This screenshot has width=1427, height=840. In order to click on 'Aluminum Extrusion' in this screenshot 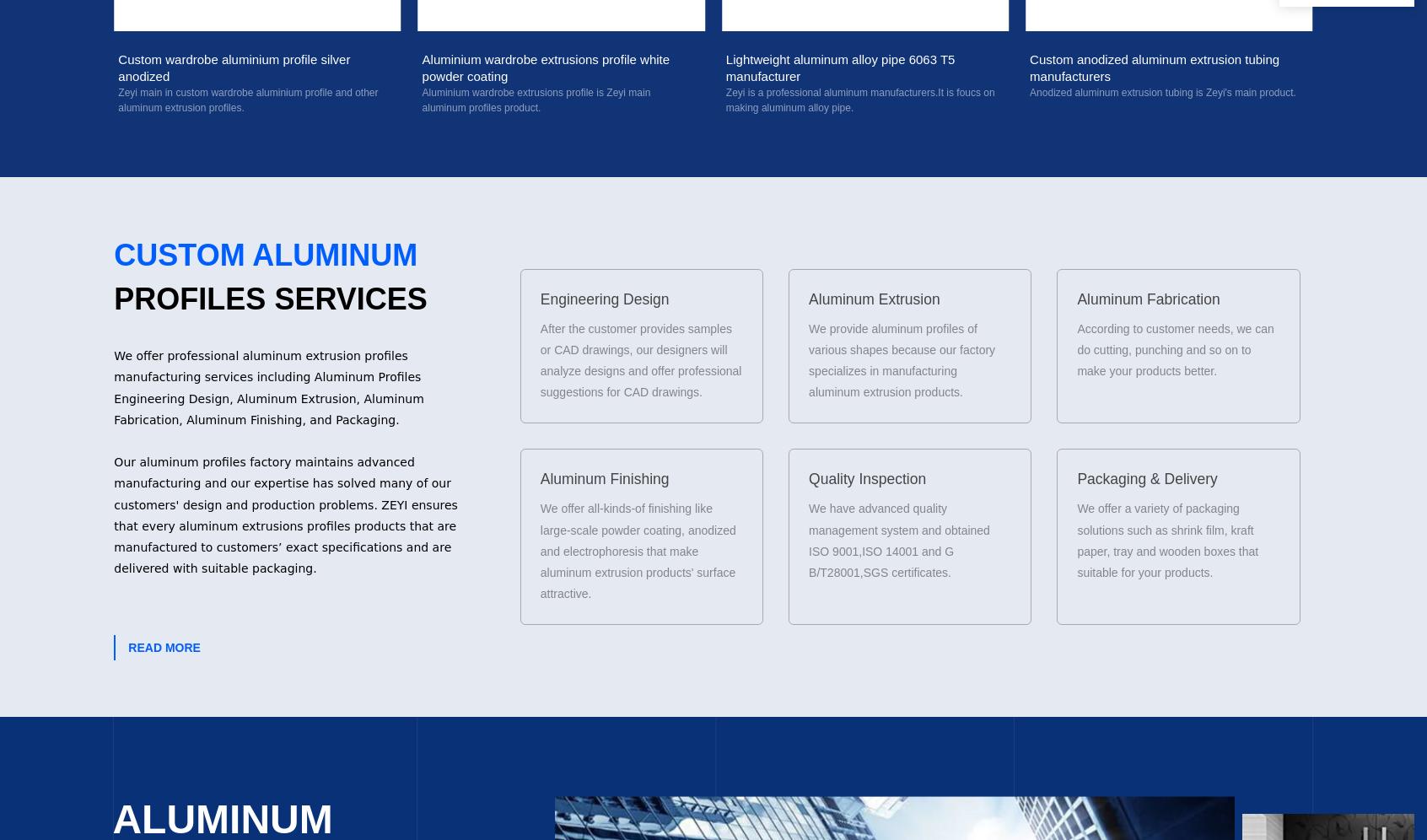, I will do `click(873, 298)`.